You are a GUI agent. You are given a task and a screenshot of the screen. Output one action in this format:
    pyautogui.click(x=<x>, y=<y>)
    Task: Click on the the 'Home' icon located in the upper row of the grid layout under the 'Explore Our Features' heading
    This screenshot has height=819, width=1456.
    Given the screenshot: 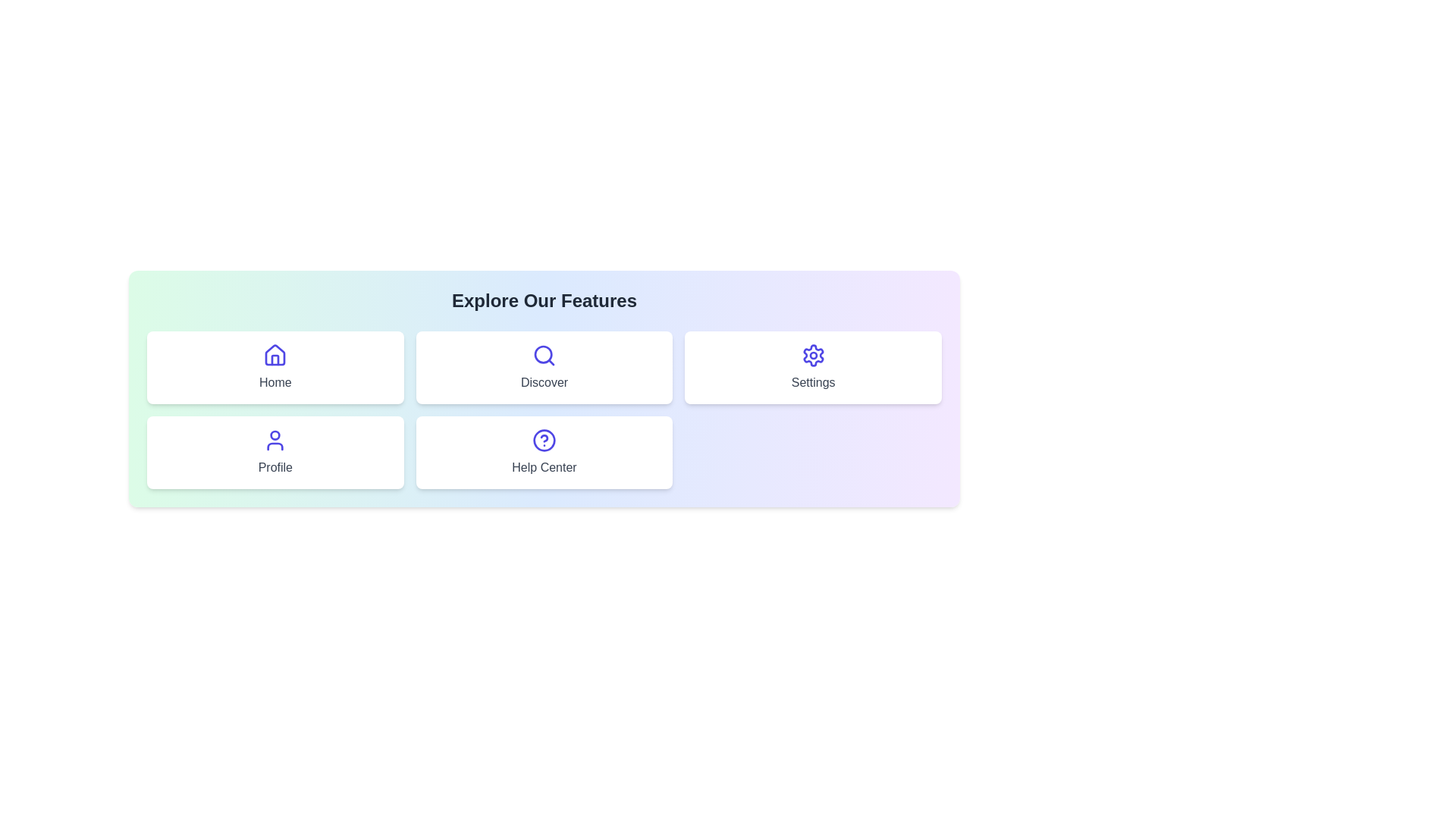 What is the action you would take?
    pyautogui.click(x=275, y=354)
    